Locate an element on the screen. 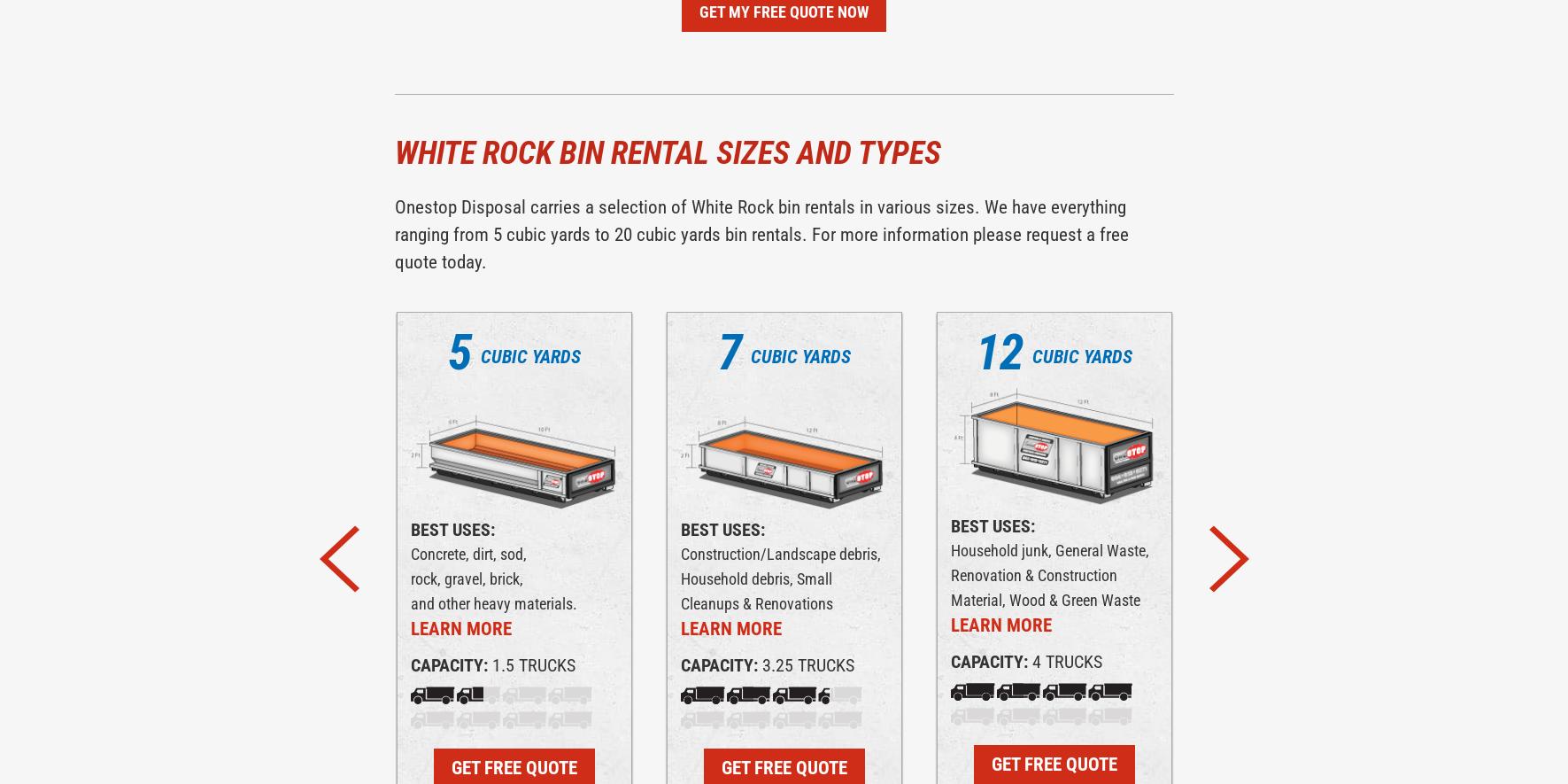  '7' is located at coordinates (728, 351).